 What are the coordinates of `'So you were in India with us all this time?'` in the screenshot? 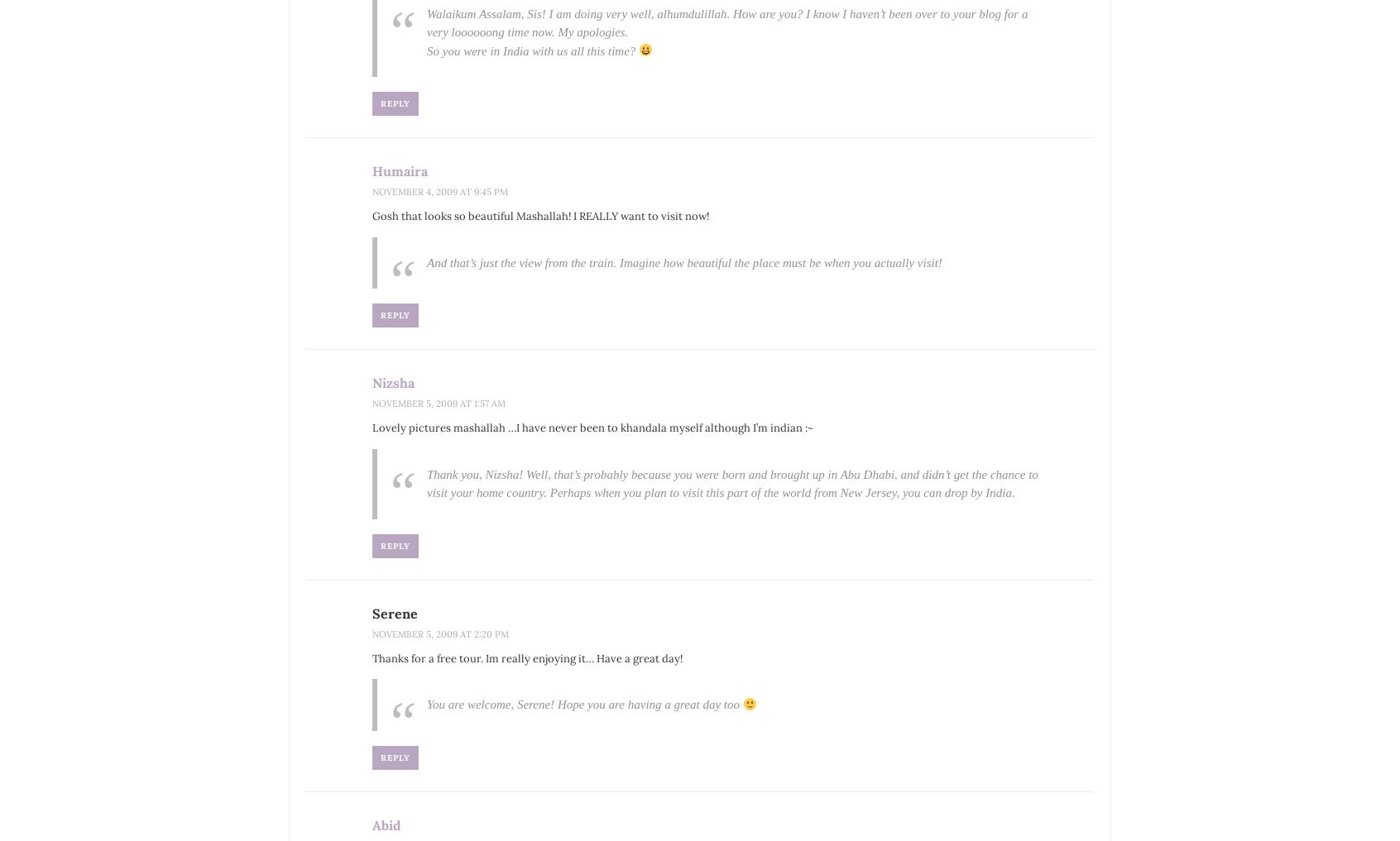 It's located at (532, 50).